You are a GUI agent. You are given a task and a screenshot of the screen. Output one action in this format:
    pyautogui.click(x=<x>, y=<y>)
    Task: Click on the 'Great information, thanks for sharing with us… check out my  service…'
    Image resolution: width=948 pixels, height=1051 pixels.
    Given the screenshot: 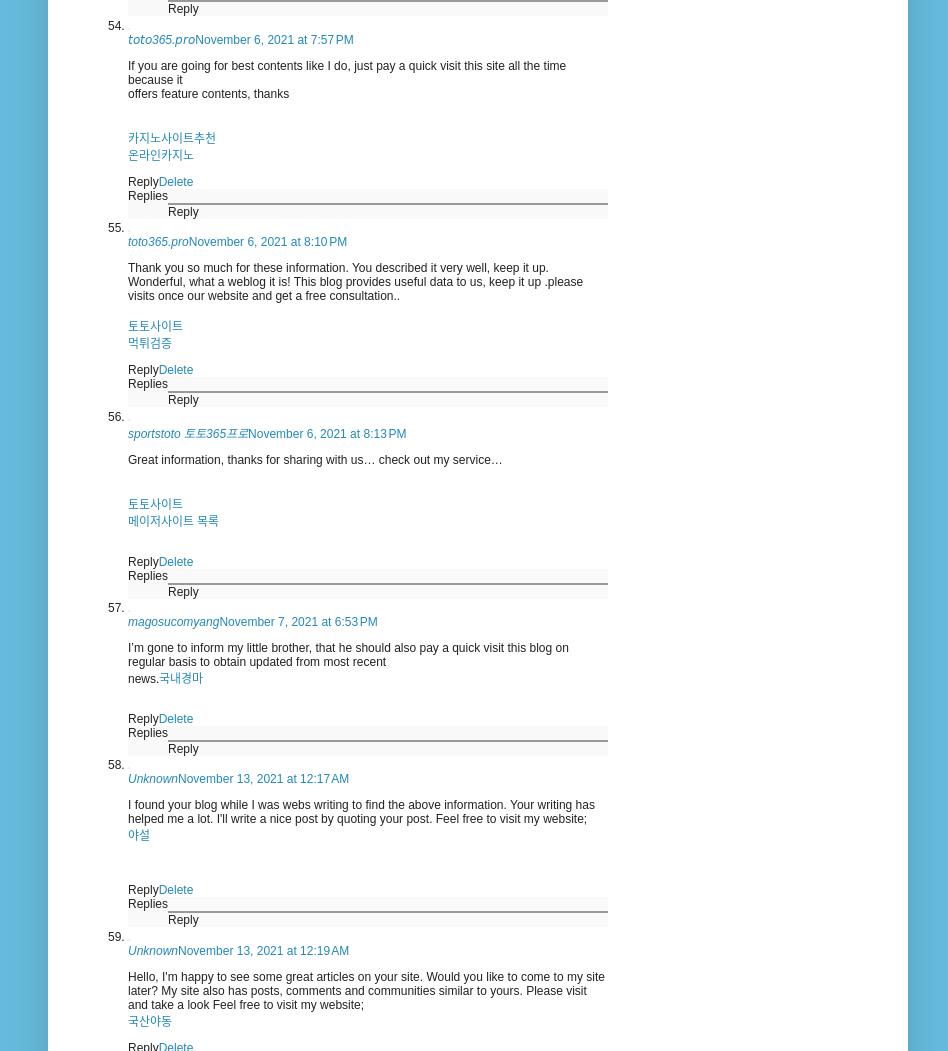 What is the action you would take?
    pyautogui.click(x=315, y=457)
    